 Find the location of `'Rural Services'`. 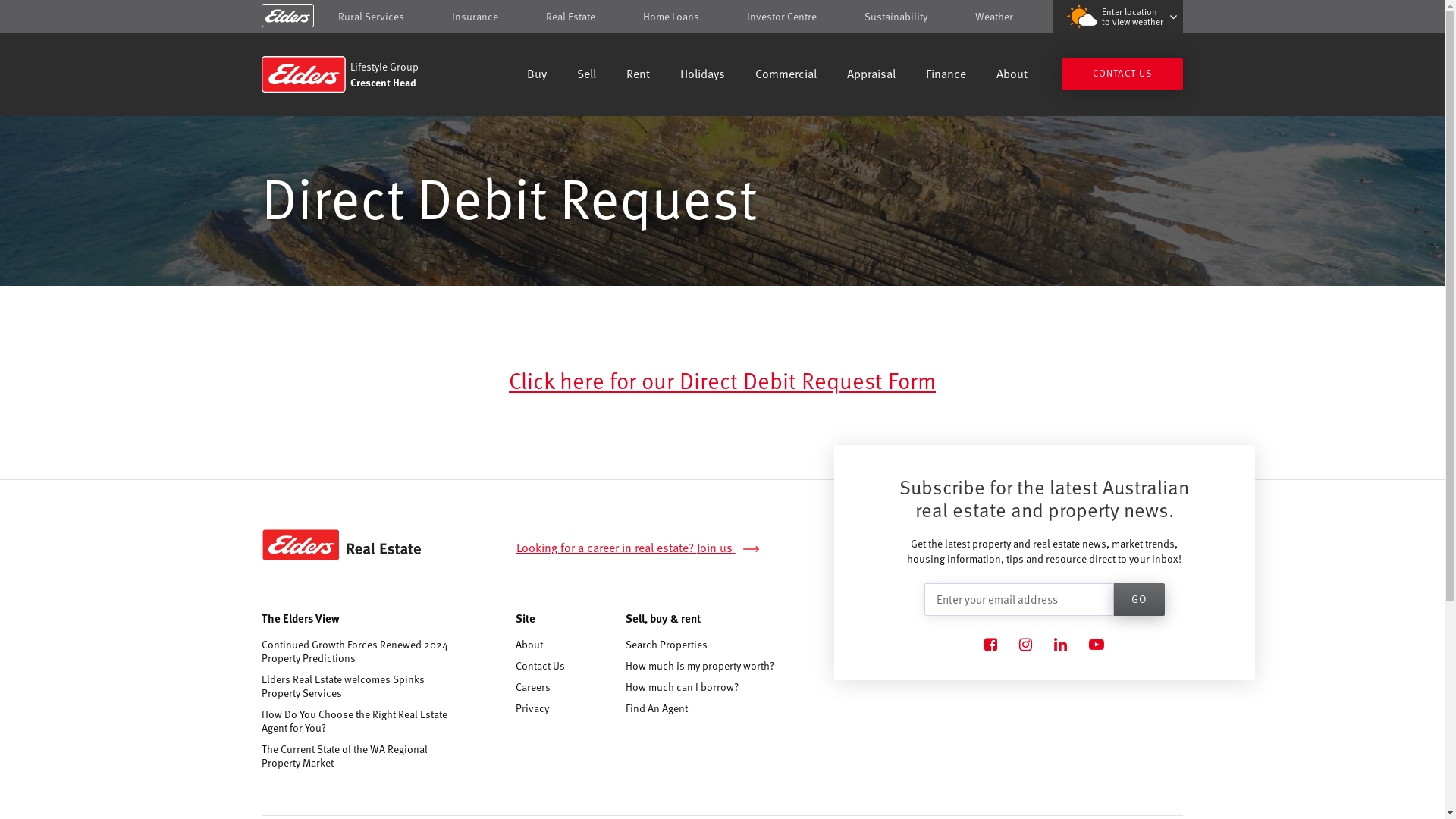

'Rural Services' is located at coordinates (371, 16).